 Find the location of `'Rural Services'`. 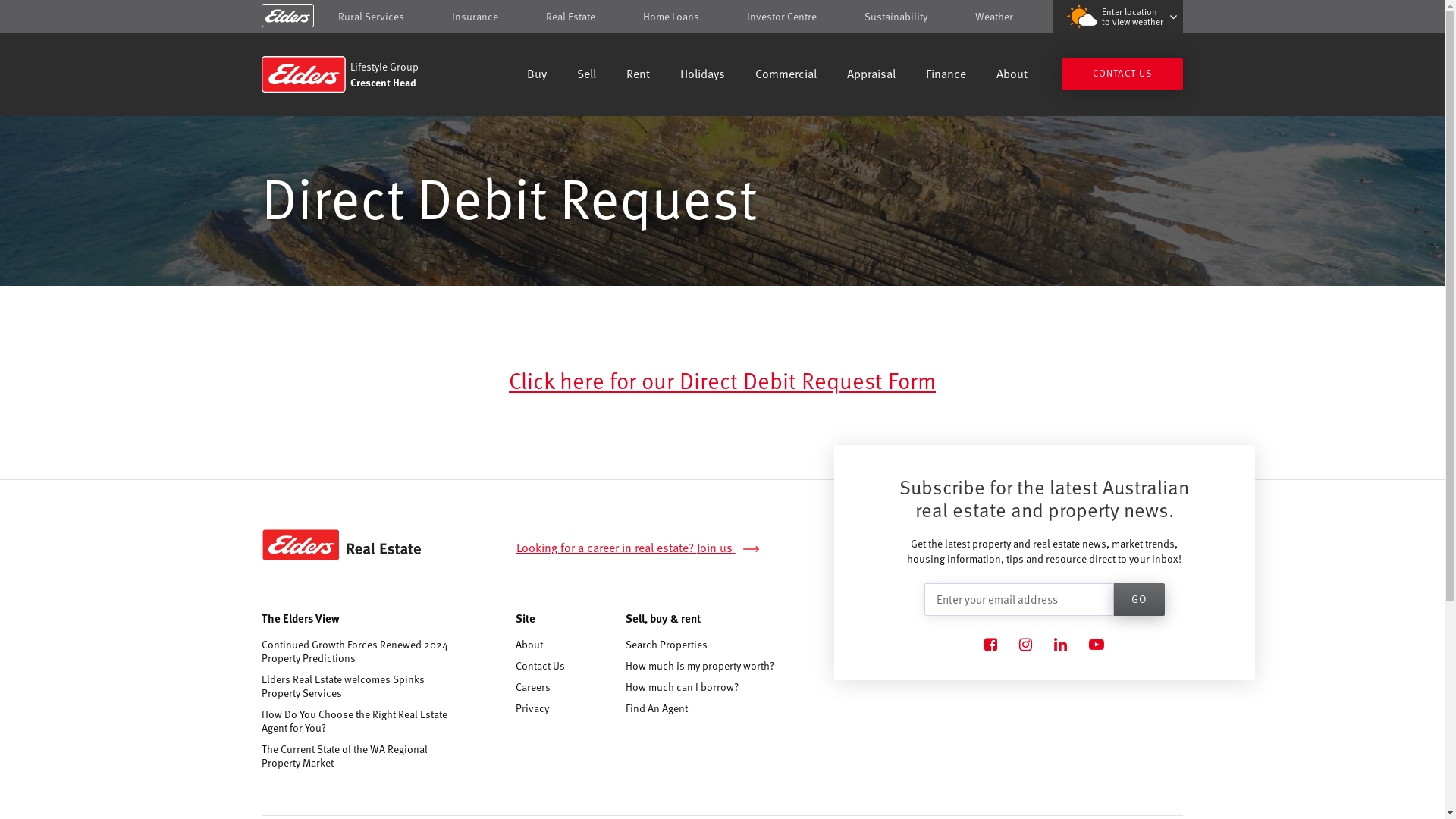

'Rural Services' is located at coordinates (371, 16).